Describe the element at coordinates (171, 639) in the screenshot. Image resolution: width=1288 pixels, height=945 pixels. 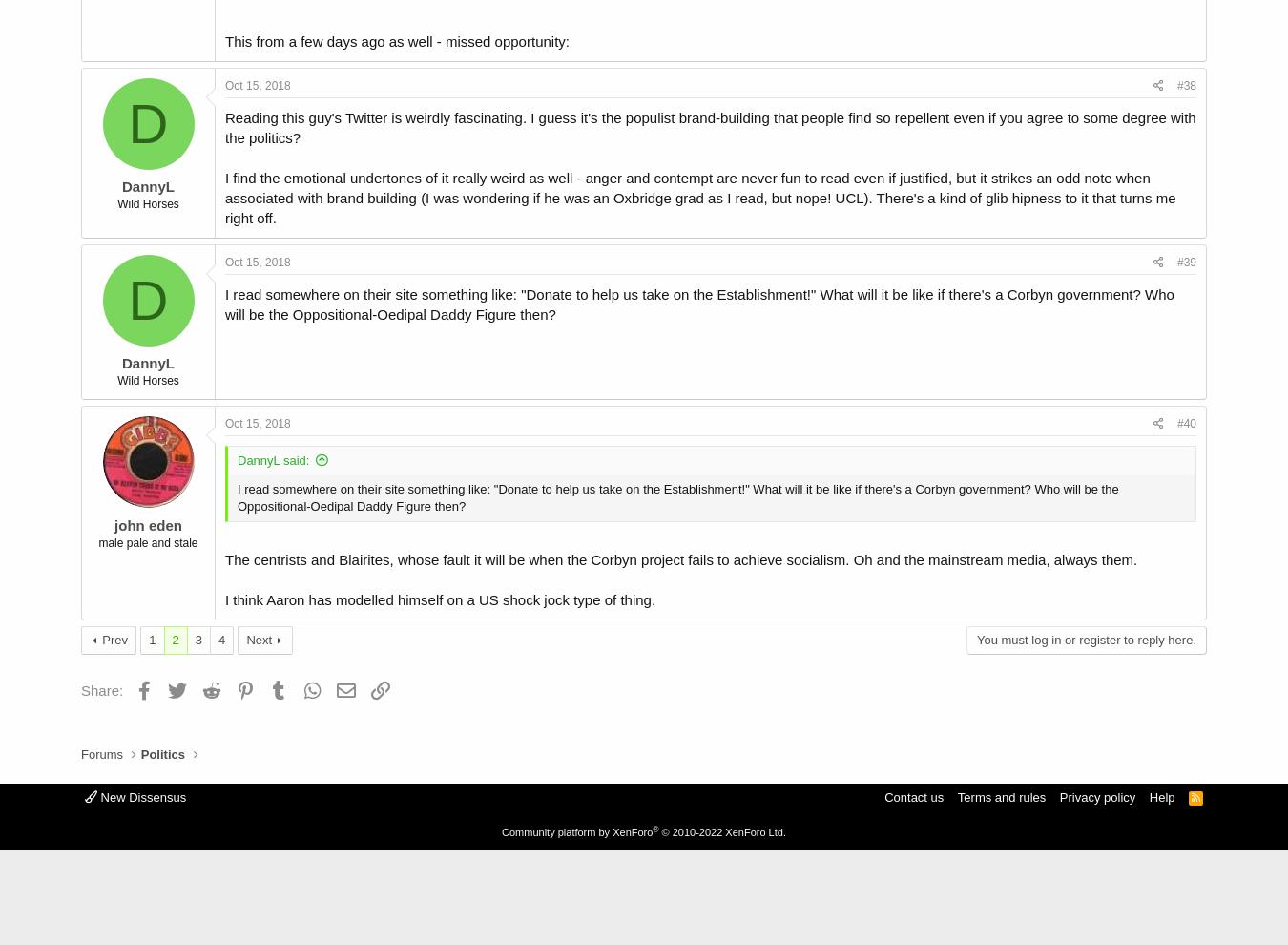
I see `'2'` at that location.